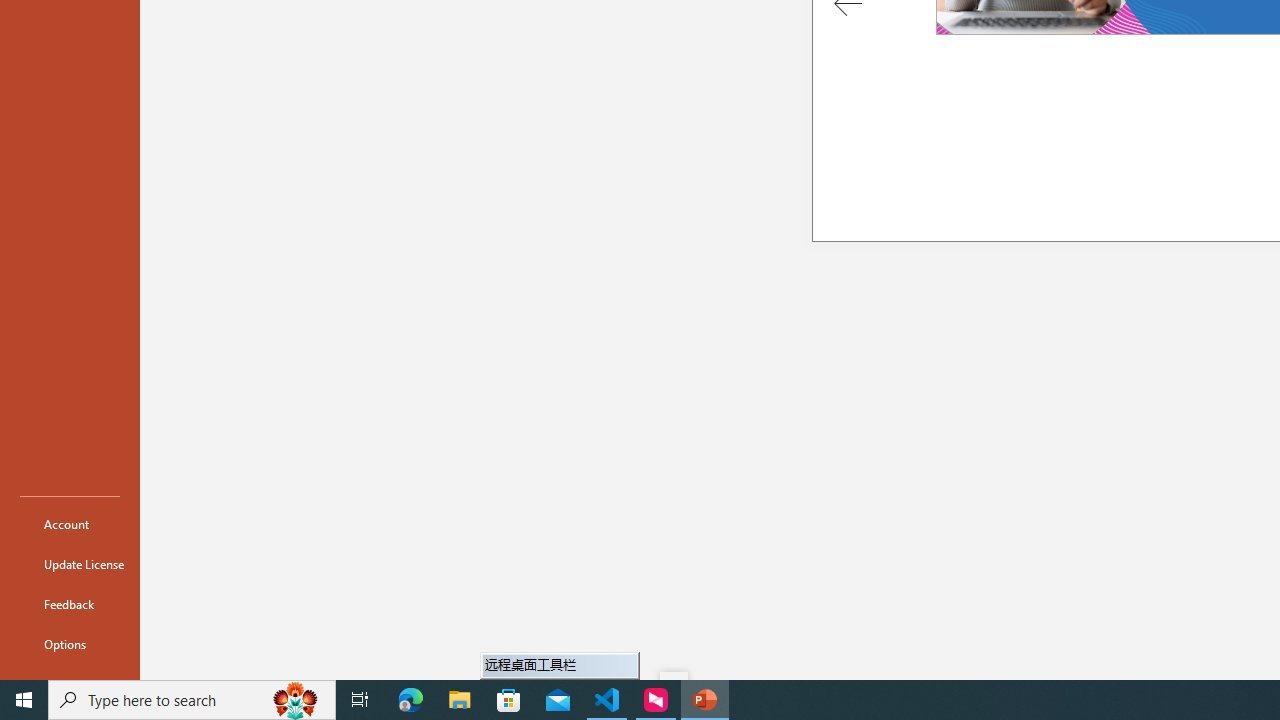 The image size is (1280, 720). Describe the element at coordinates (69, 644) in the screenshot. I see `'Options'` at that location.